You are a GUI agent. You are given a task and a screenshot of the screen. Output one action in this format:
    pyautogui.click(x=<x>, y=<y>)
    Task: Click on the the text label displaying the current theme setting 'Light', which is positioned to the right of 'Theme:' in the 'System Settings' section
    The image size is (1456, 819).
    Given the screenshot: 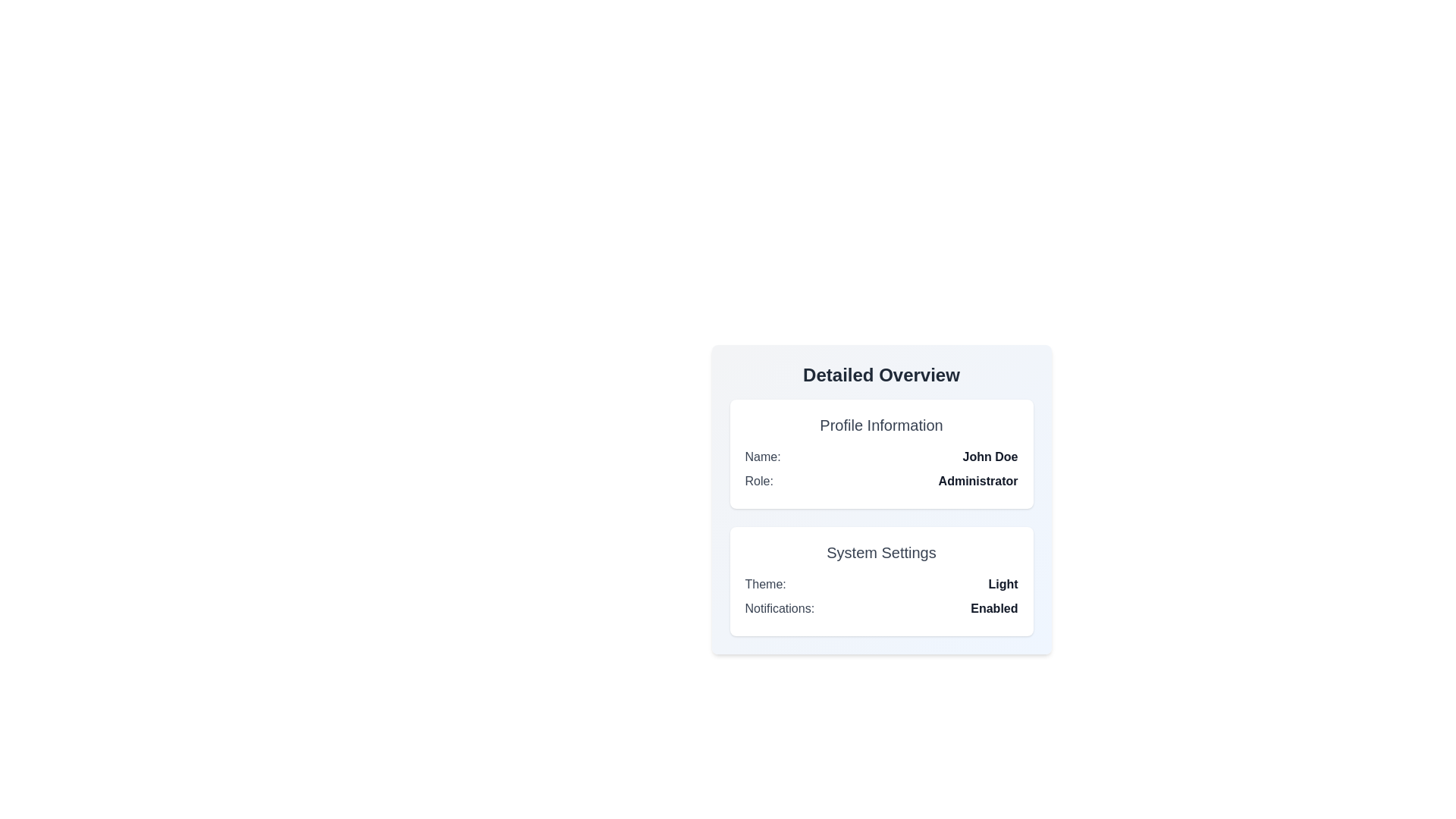 What is the action you would take?
    pyautogui.click(x=1003, y=584)
    